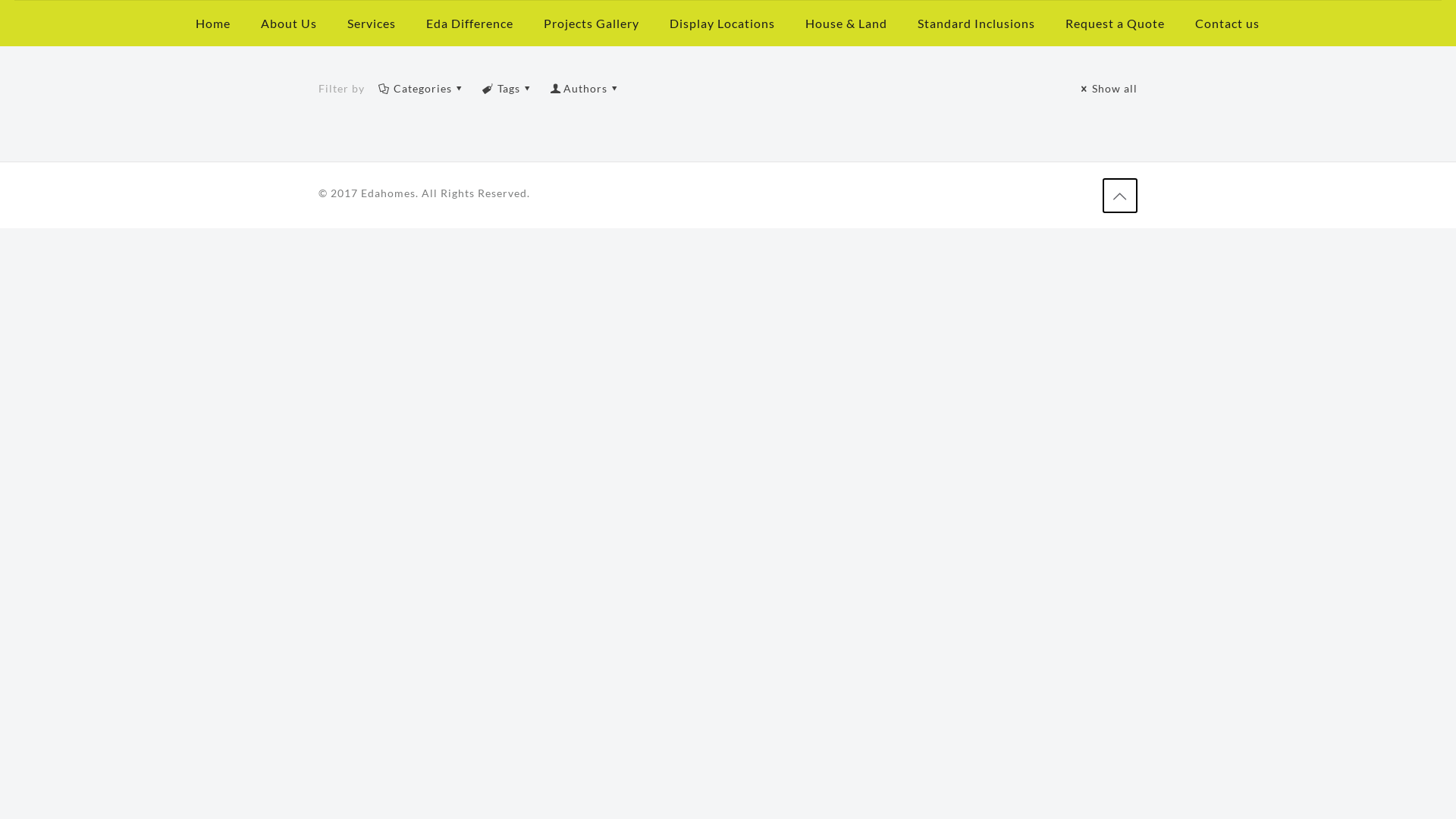 This screenshot has height=819, width=1456. What do you see at coordinates (288, 23) in the screenshot?
I see `'About Us'` at bounding box center [288, 23].